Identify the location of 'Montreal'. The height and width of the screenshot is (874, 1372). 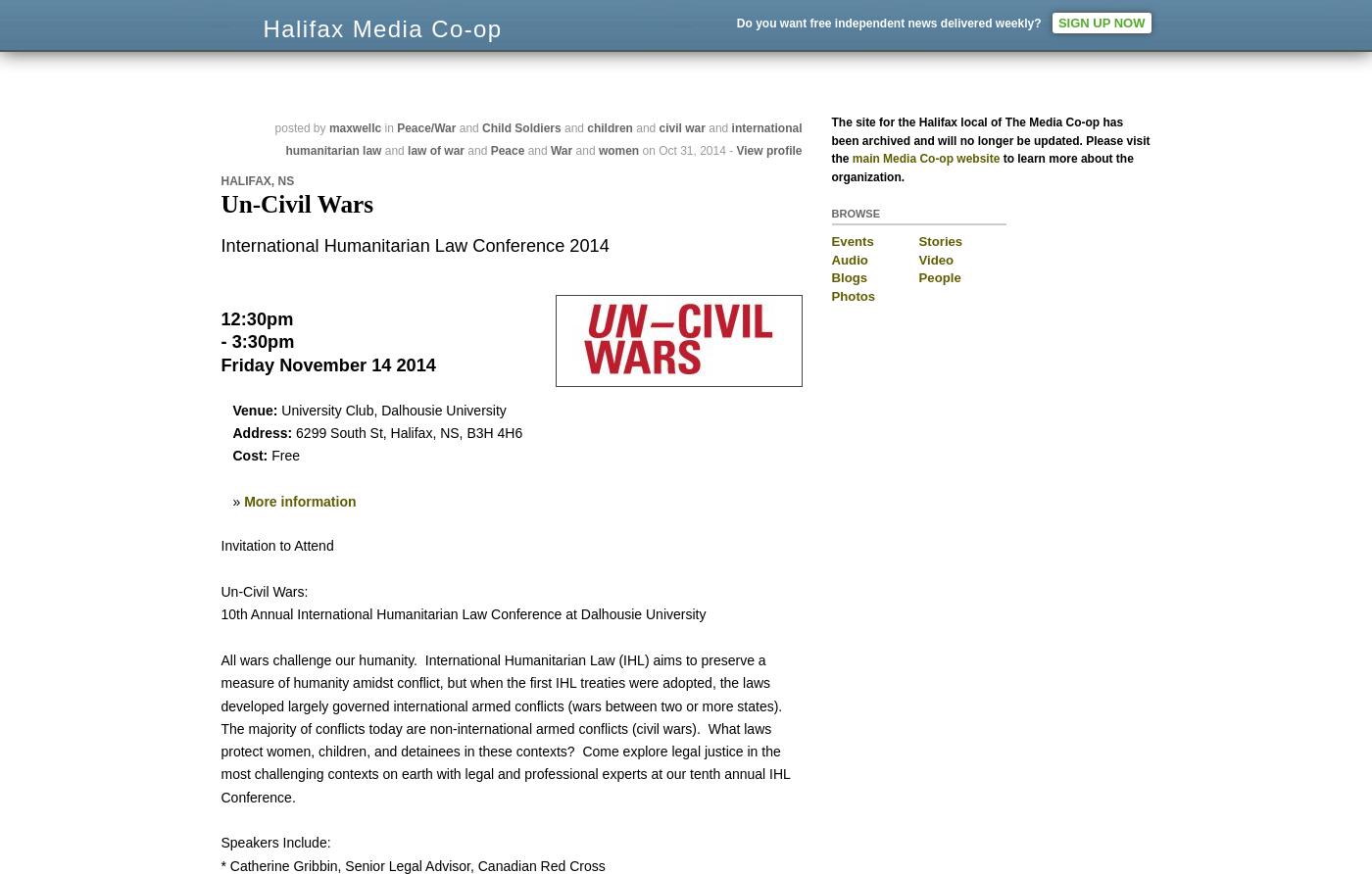
(982, 31).